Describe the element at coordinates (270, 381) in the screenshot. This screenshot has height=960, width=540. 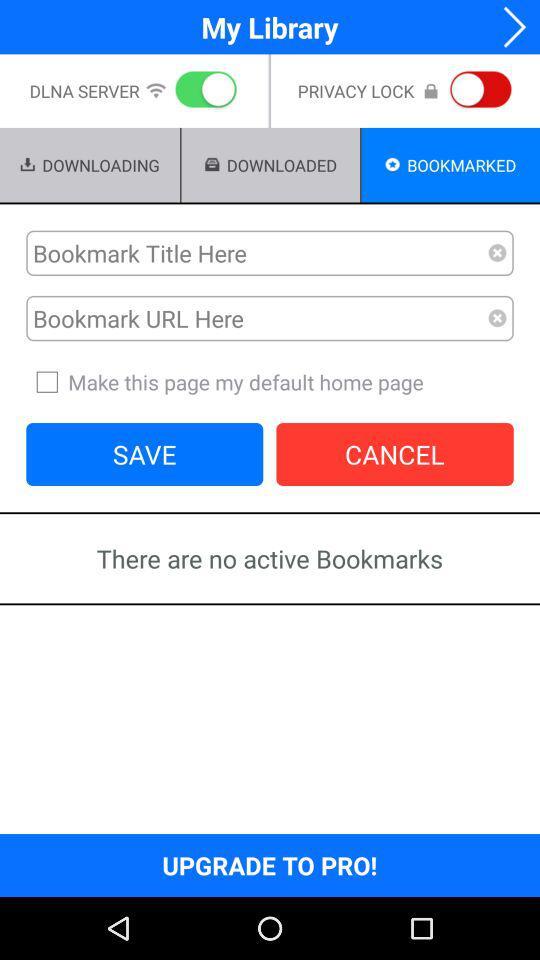
I see `the make this page icon` at that location.